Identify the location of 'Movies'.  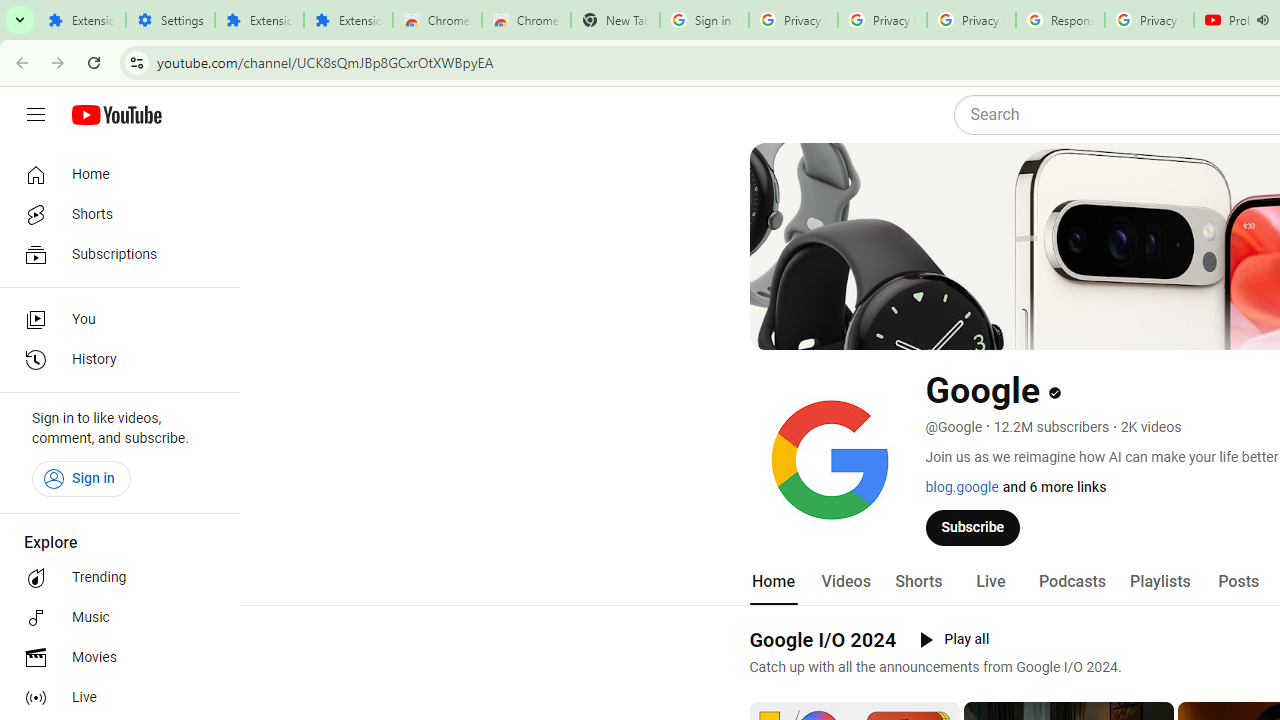
(112, 658).